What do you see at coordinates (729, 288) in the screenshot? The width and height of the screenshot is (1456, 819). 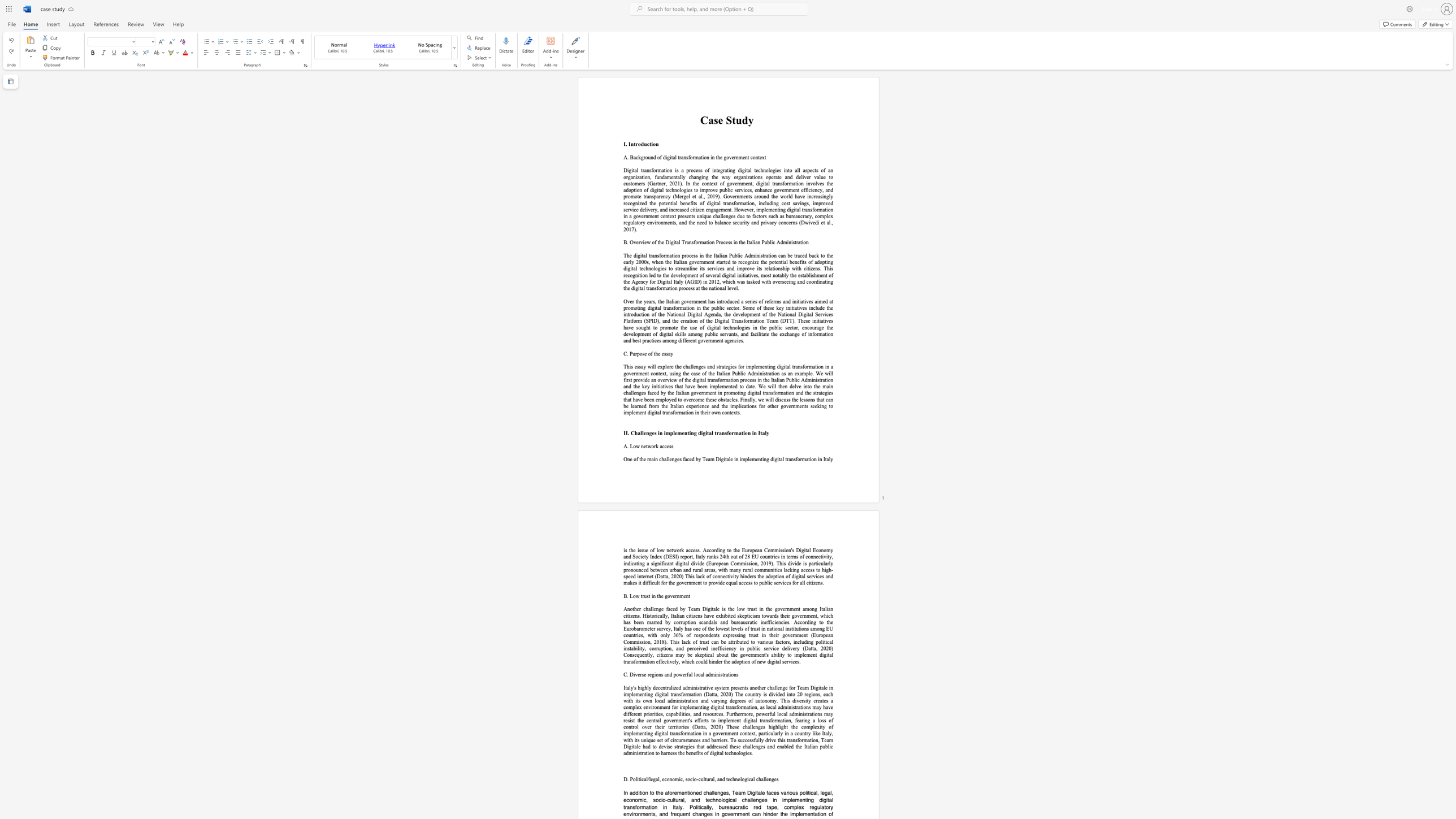 I see `the subset text "eve" within the text "on process at the national level."` at bounding box center [729, 288].